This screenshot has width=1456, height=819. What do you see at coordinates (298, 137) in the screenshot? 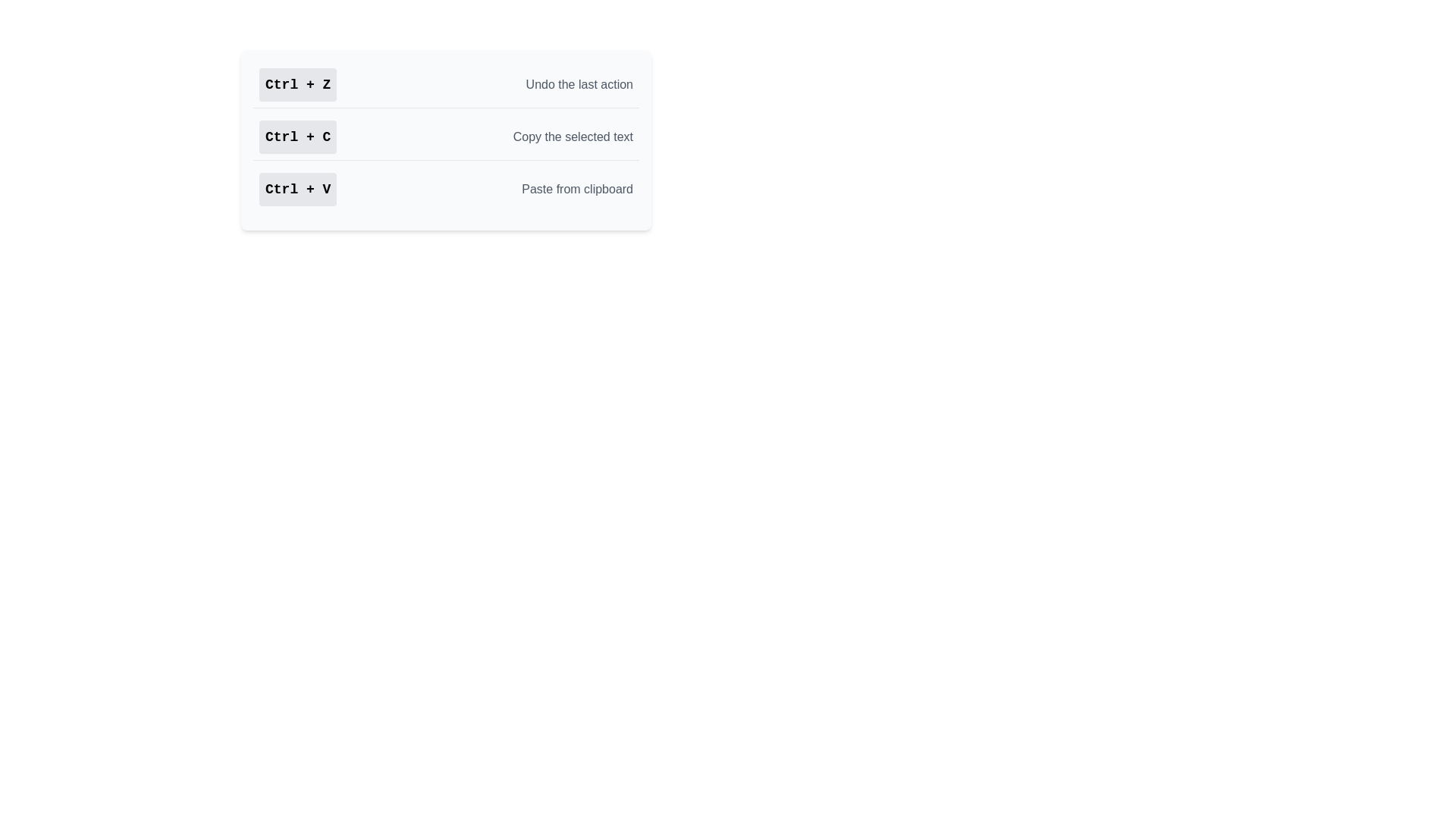
I see `the static informational label displaying the keyboard shortcut 'Ctrl + C', which indicates the operation of copying selected text` at bounding box center [298, 137].